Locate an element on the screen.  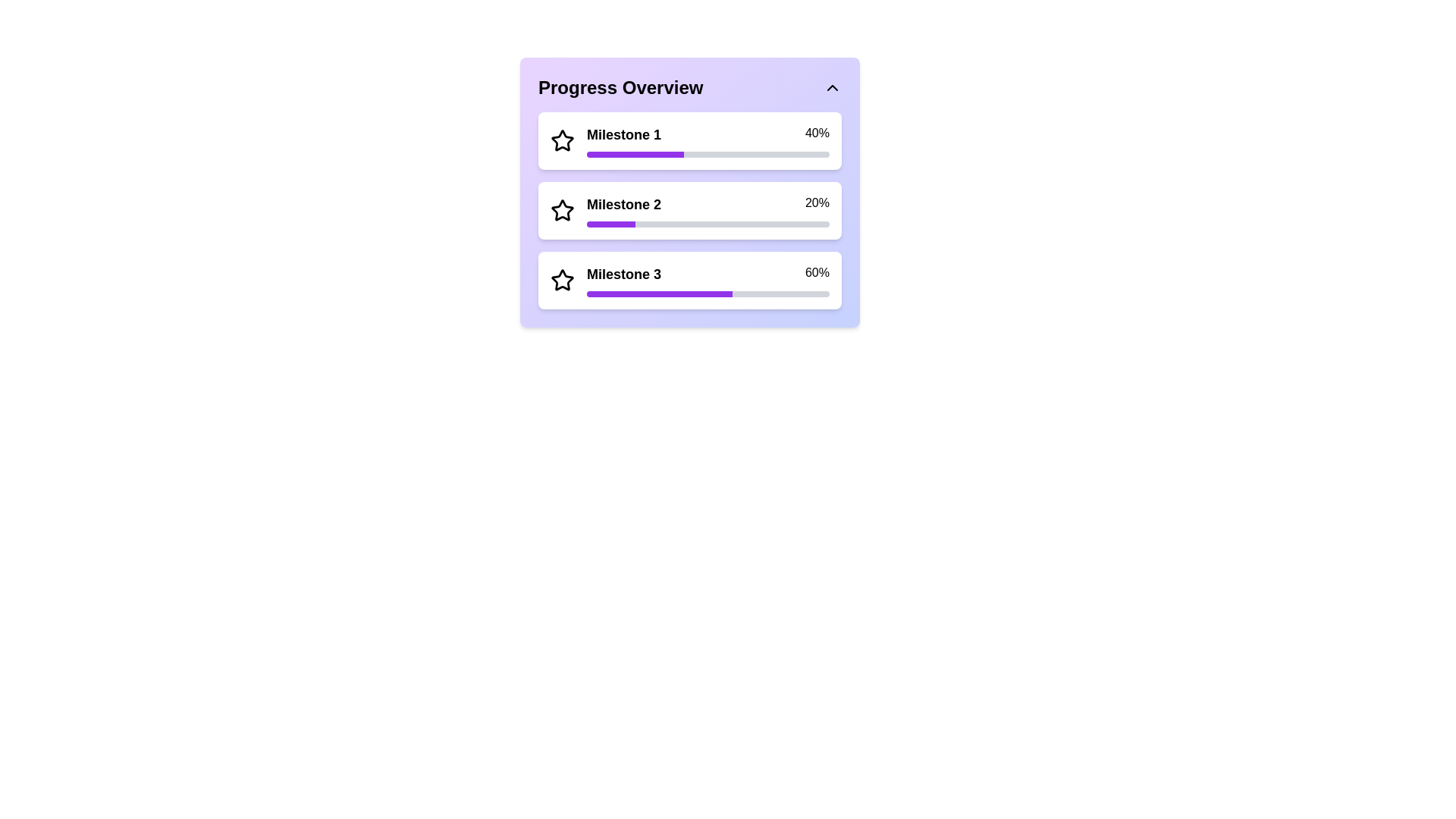
the progress bar that visually indicates 20% completion, located under the 'Milestone 2' section in the middle card of the progress overview card list is located at coordinates (708, 224).